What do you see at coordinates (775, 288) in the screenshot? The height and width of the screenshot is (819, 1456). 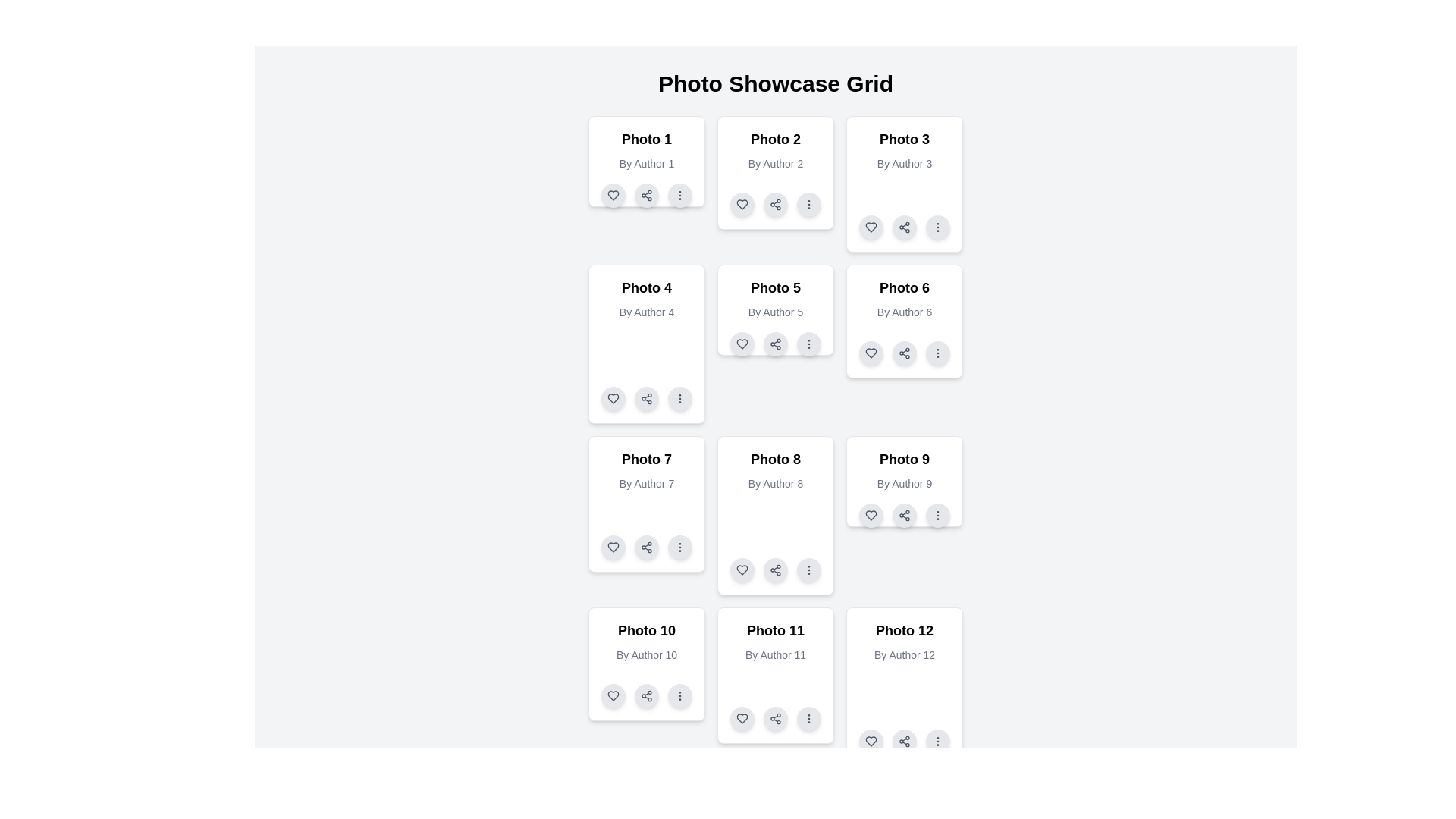 I see `title text label located above 'By Author 5' in the second card of the second row in the grid layout` at bounding box center [775, 288].